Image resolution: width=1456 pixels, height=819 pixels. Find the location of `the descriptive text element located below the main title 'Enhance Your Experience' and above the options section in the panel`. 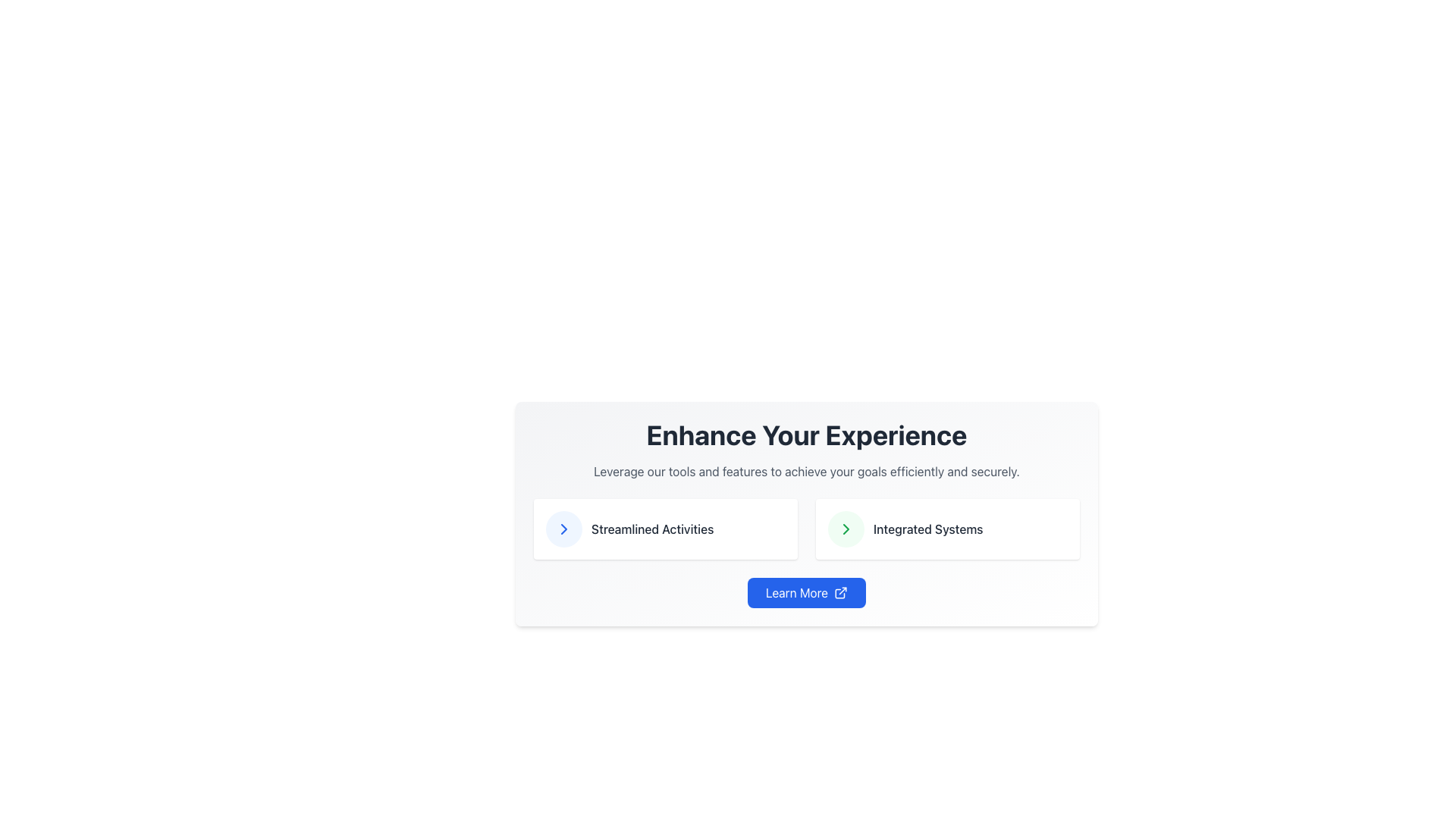

the descriptive text element located below the main title 'Enhance Your Experience' and above the options section in the panel is located at coordinates (806, 470).